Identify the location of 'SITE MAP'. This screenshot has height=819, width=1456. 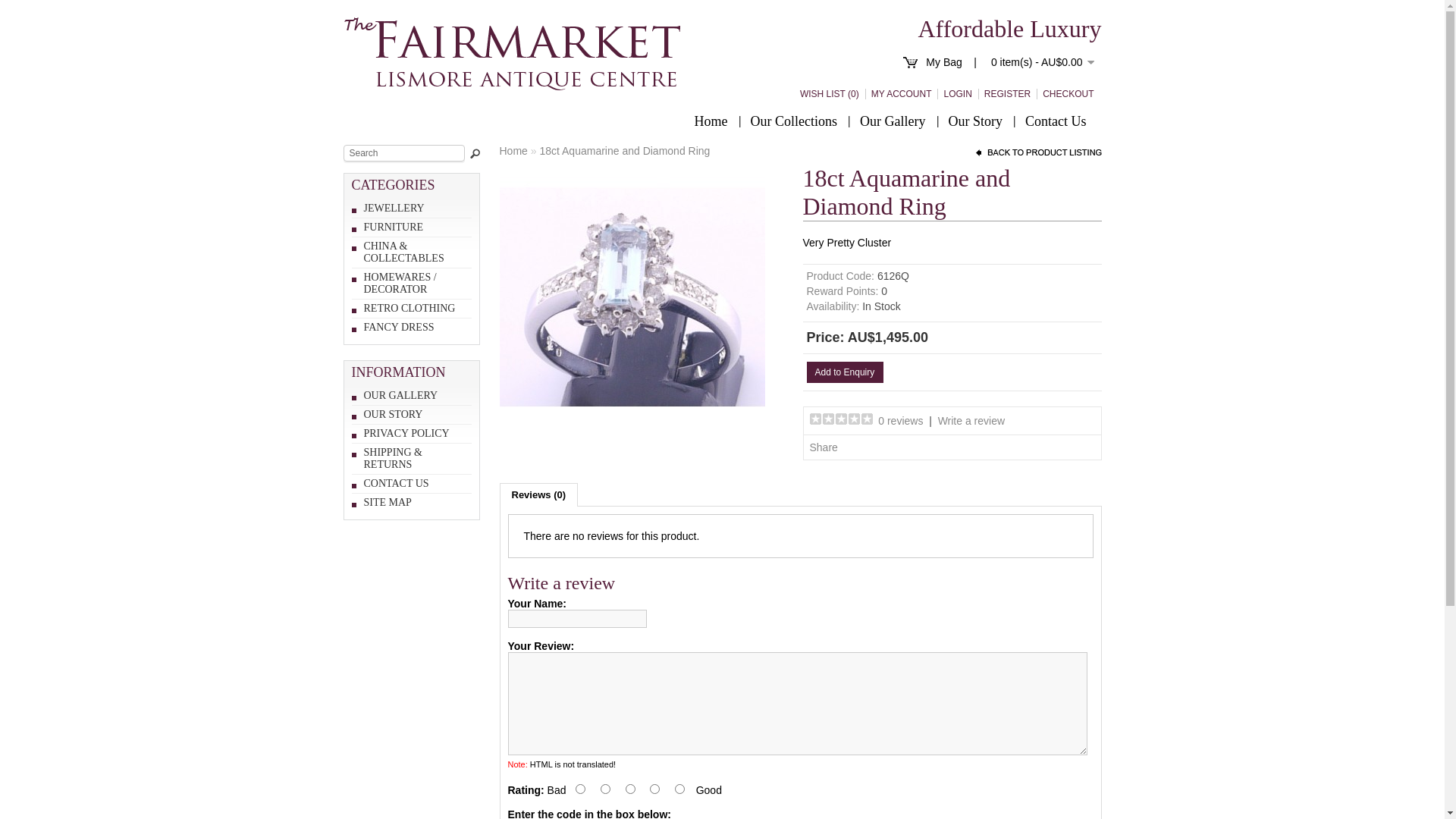
(388, 502).